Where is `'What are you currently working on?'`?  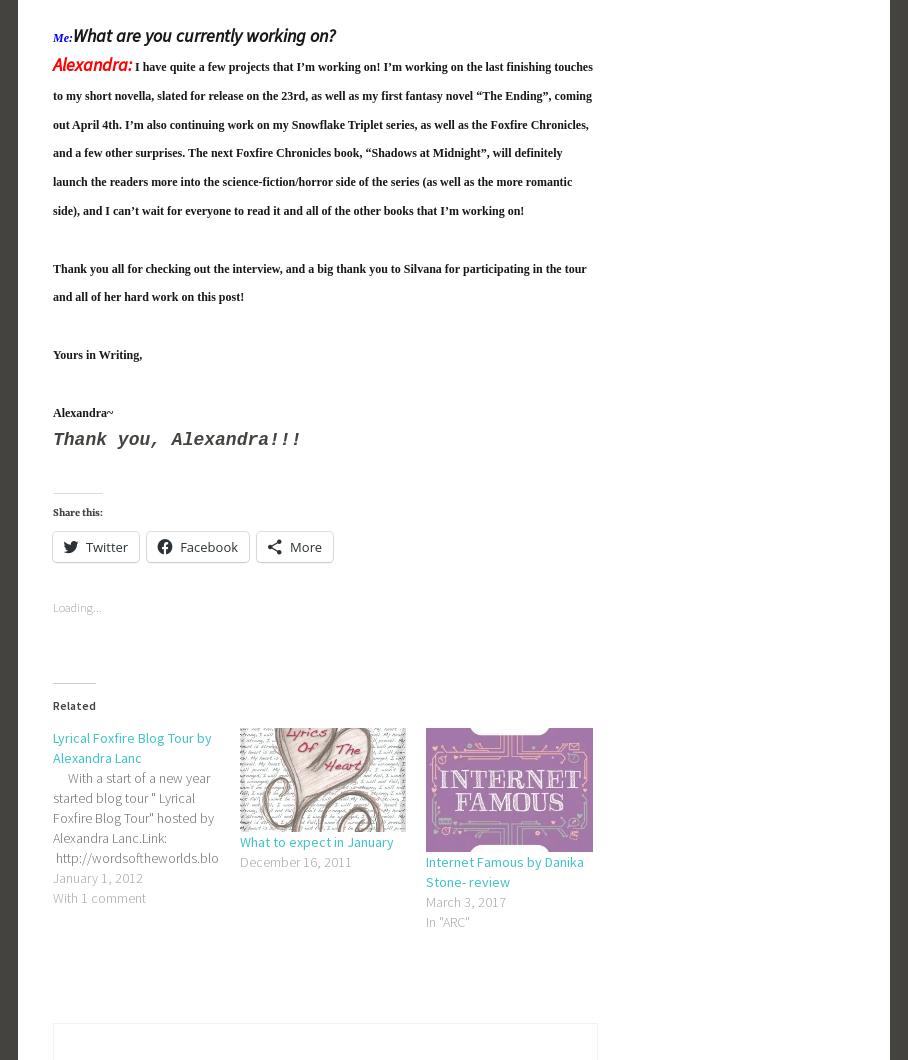
'What are you currently working on?' is located at coordinates (204, 35).